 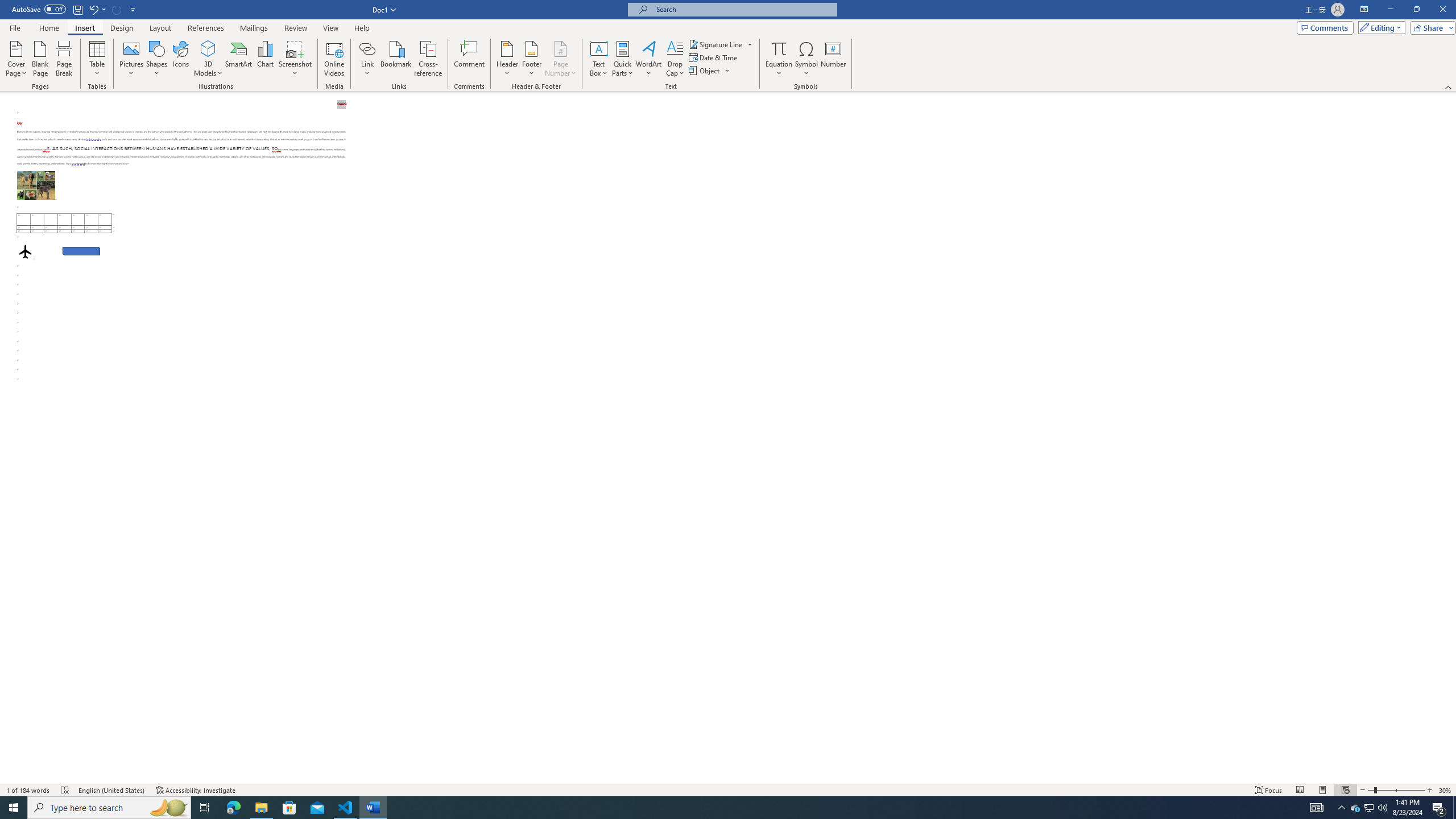 What do you see at coordinates (1442, 9) in the screenshot?
I see `'Close'` at bounding box center [1442, 9].